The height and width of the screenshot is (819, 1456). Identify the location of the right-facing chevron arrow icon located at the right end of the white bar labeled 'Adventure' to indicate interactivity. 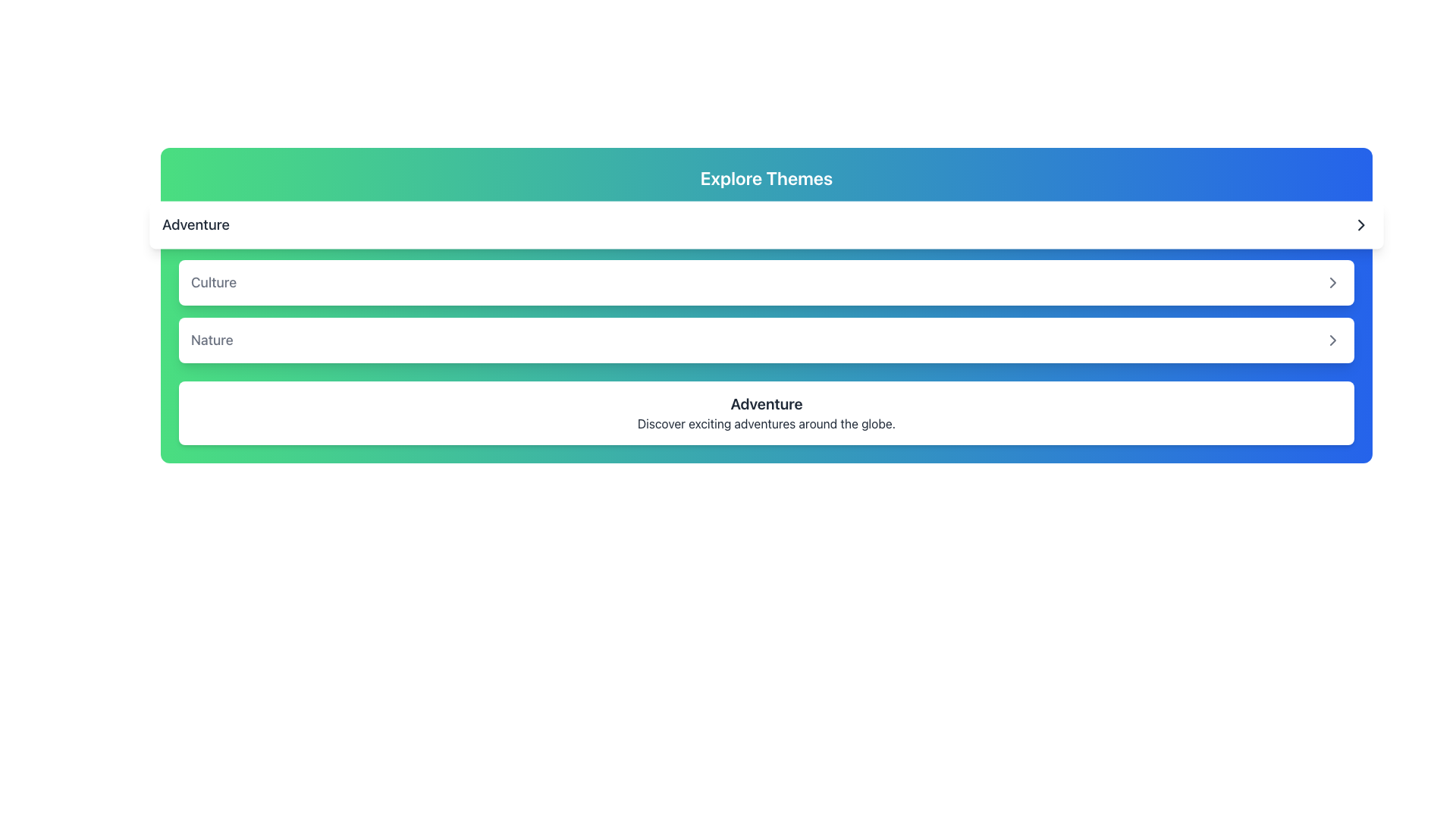
(1361, 225).